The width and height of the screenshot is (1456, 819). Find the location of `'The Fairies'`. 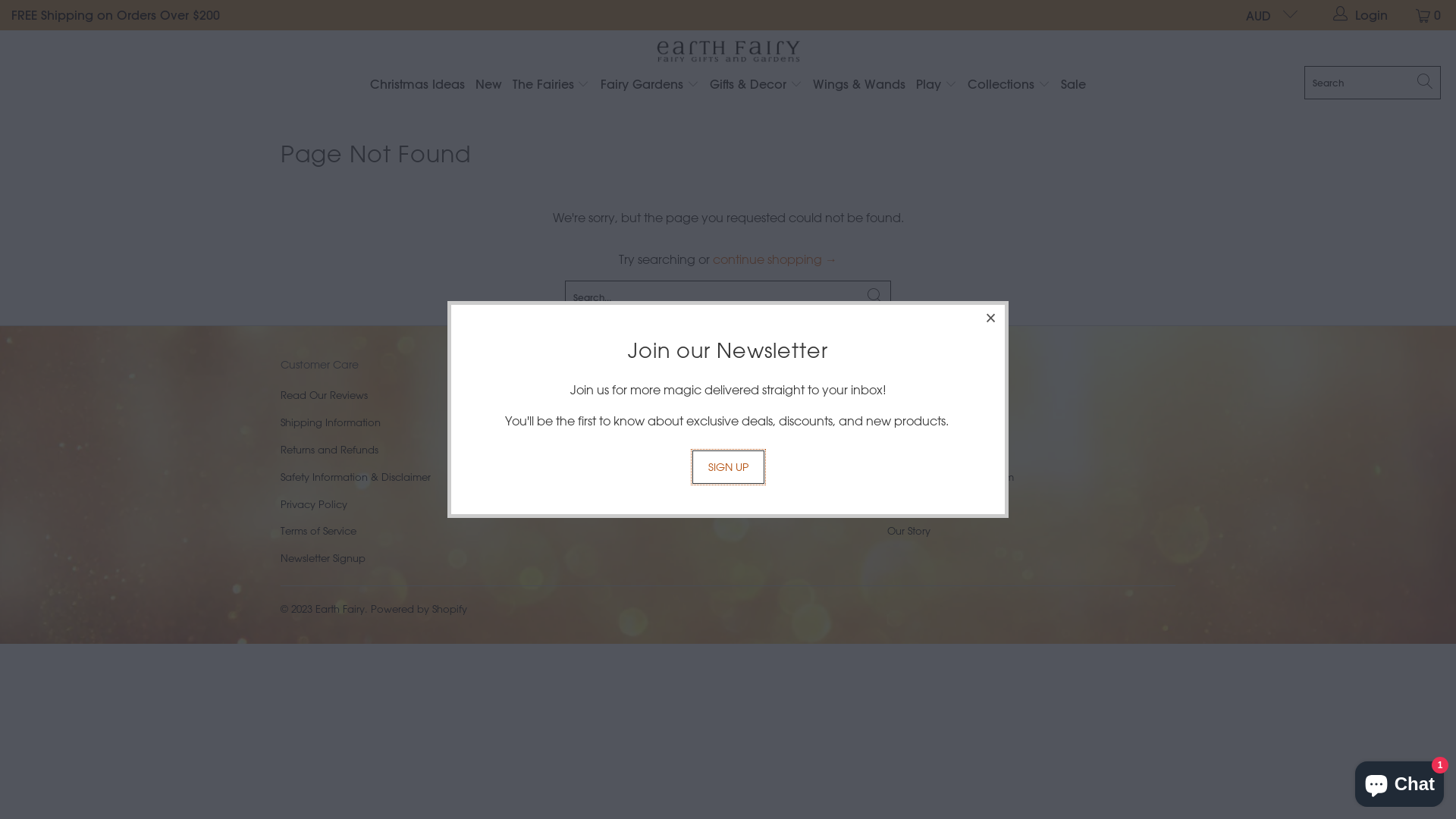

'The Fairies' is located at coordinates (550, 85).